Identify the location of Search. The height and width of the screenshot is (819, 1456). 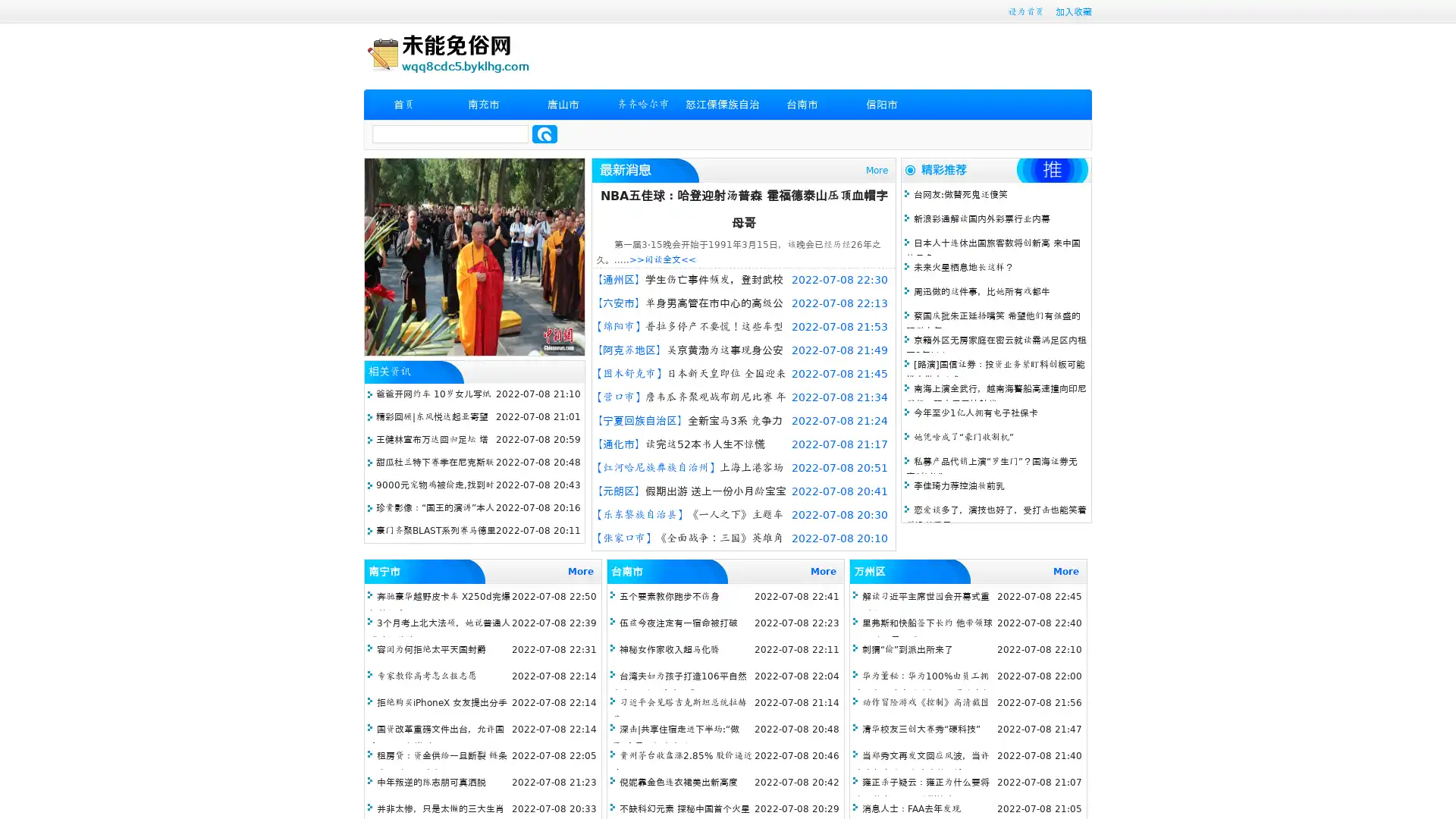
(544, 133).